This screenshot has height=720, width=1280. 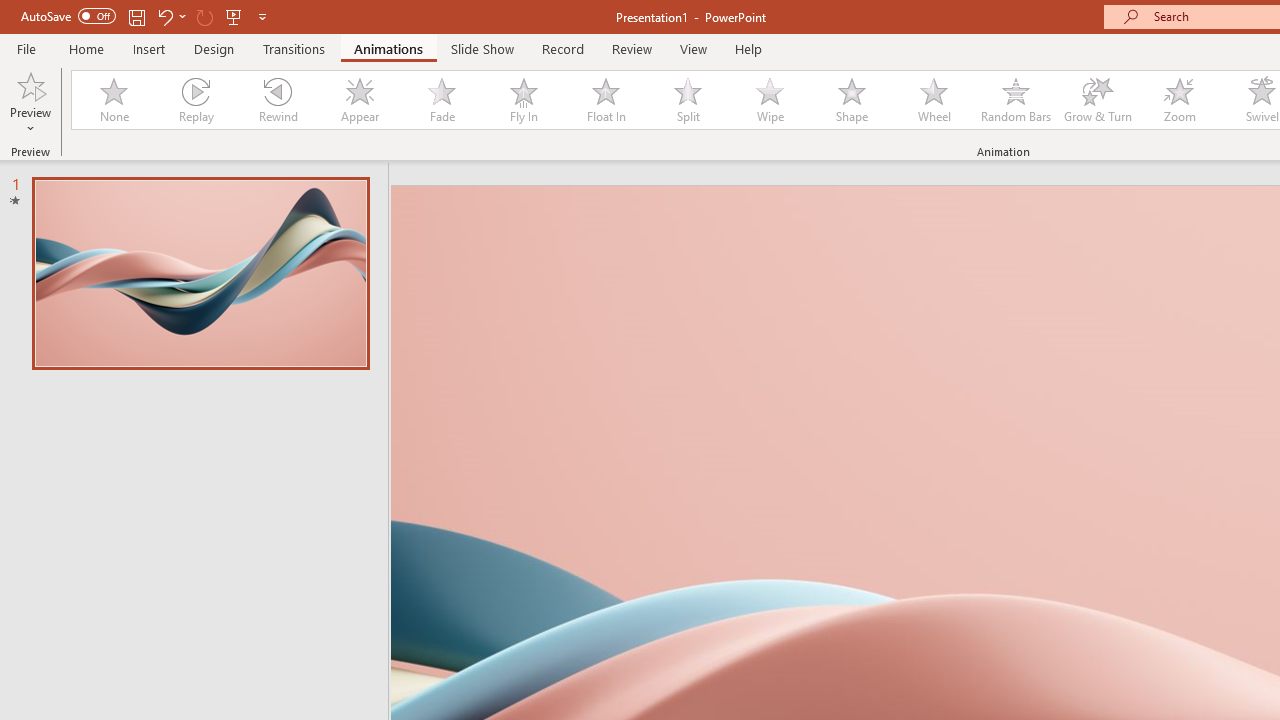 What do you see at coordinates (1097, 100) in the screenshot?
I see `'Grow & Turn'` at bounding box center [1097, 100].